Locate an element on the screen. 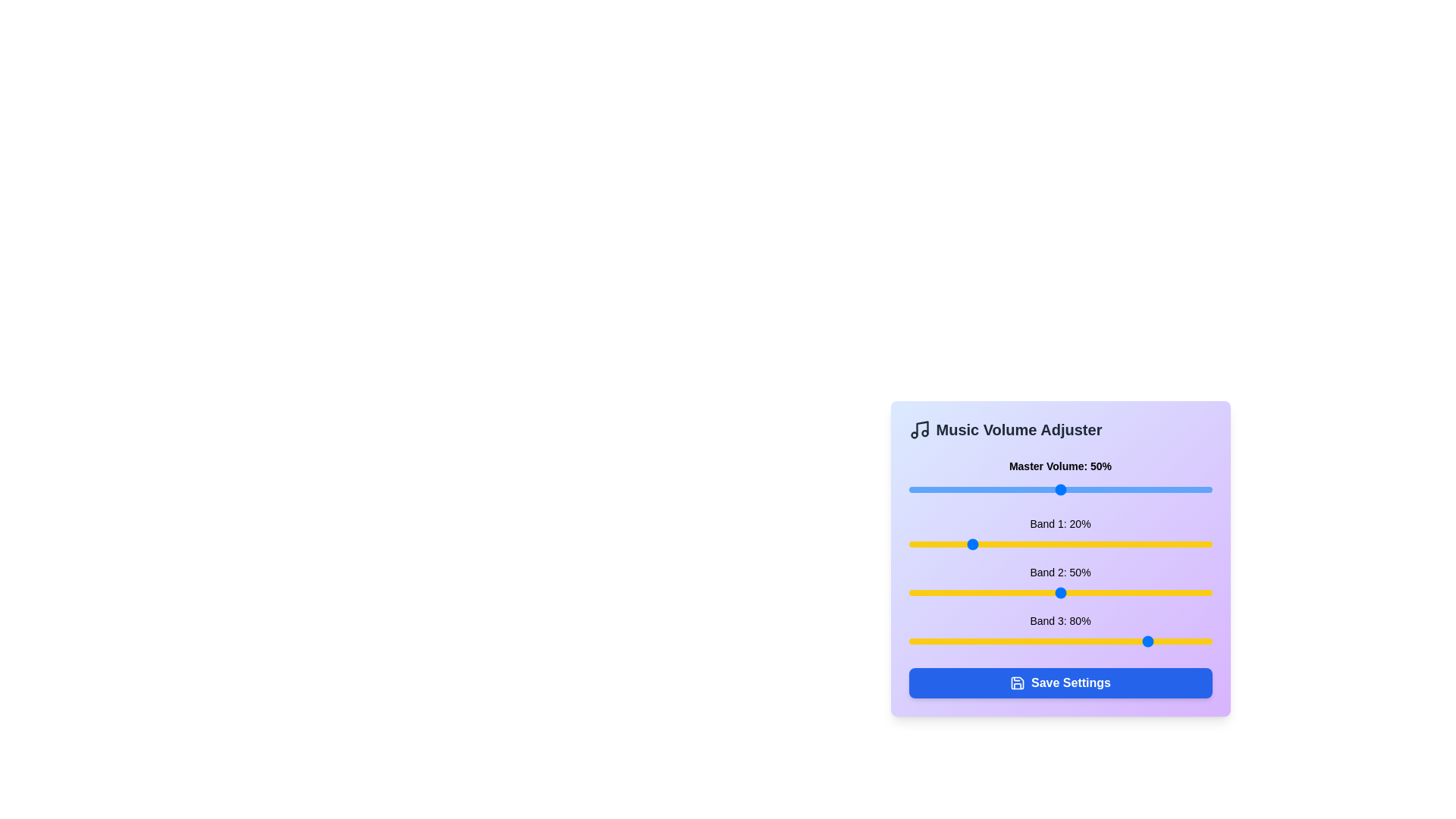 Image resolution: width=1456 pixels, height=819 pixels. the slider is located at coordinates (929, 489).